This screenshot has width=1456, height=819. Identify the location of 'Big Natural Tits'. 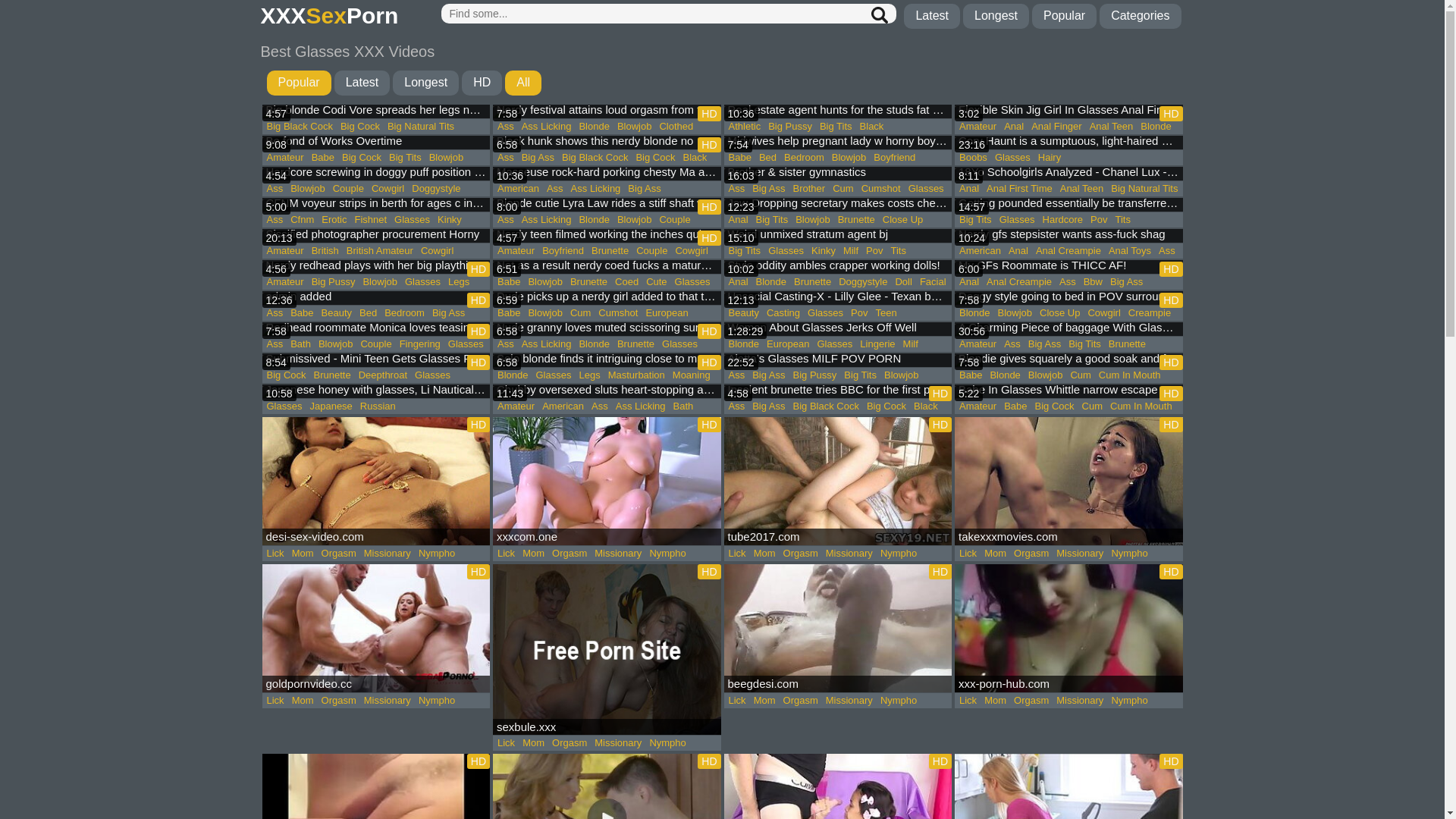
(421, 125).